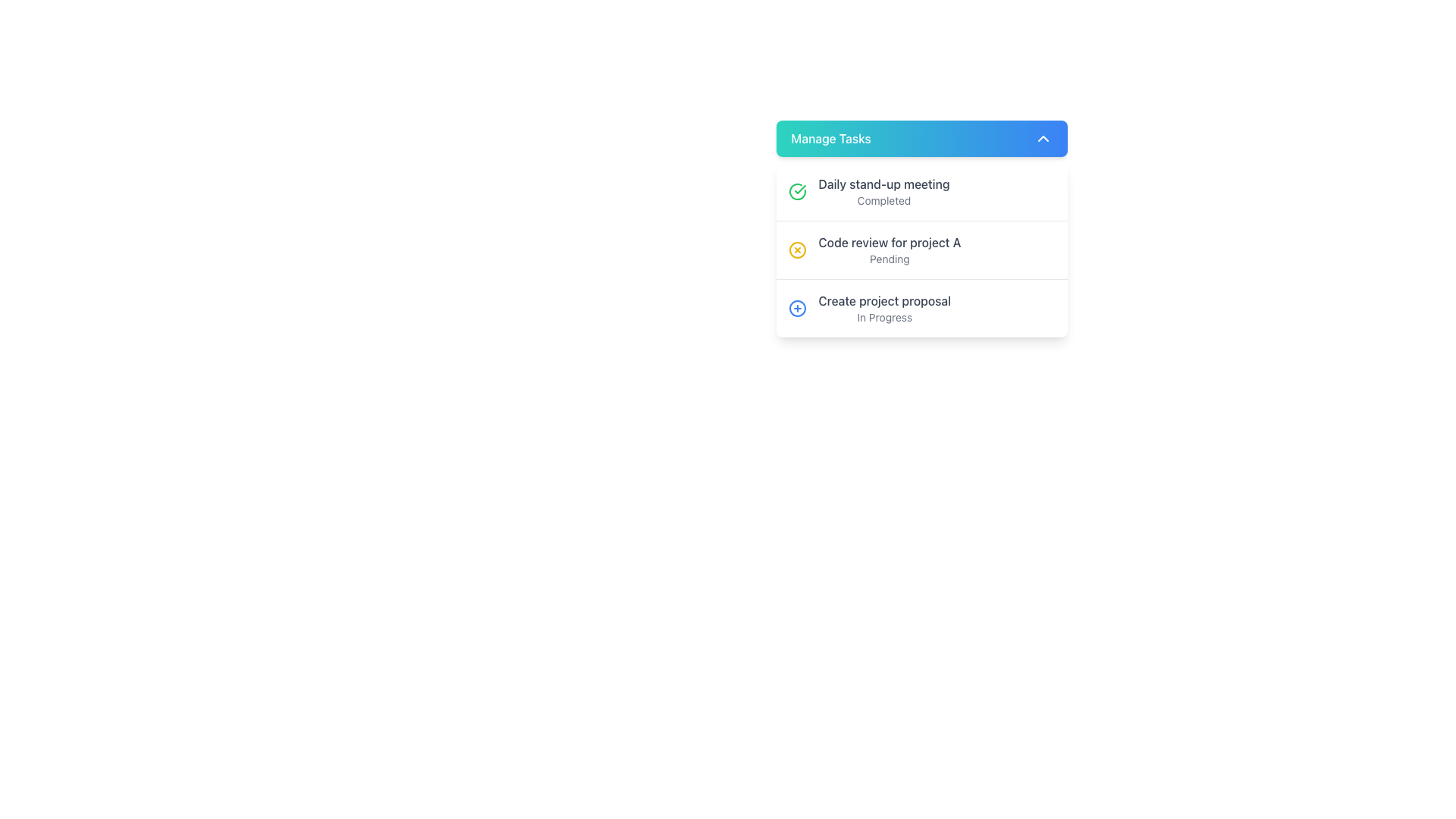  Describe the element at coordinates (884, 317) in the screenshot. I see `the status indicator text label showing that the task 'Create project proposal' is currently in progress, located beneath the task title in the third entry of the task list` at that location.